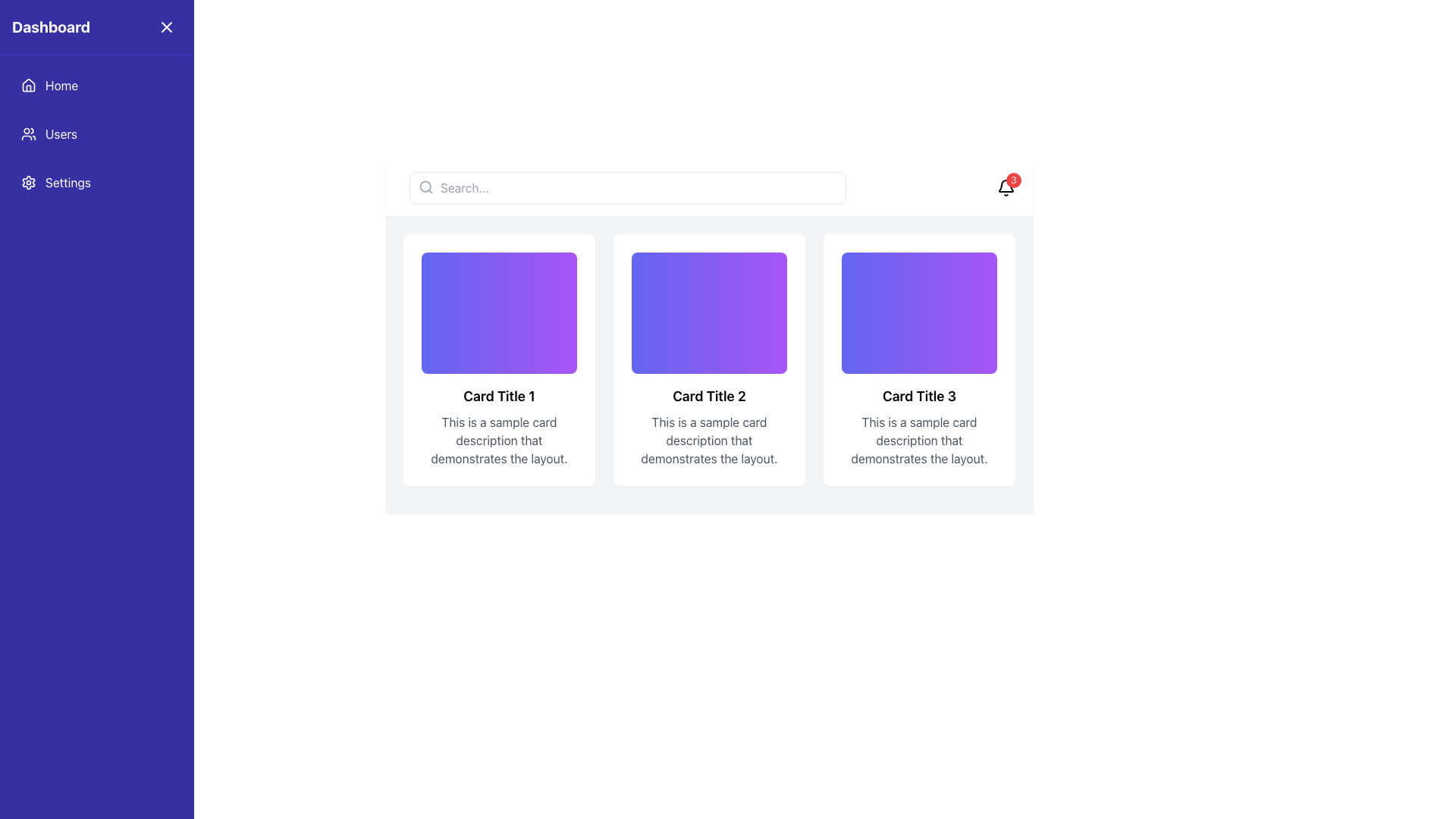  Describe the element at coordinates (29, 85) in the screenshot. I see `the 'Home' icon in the sidebar navigation menu, which is positioned to the far left of the 'Home' text label` at that location.